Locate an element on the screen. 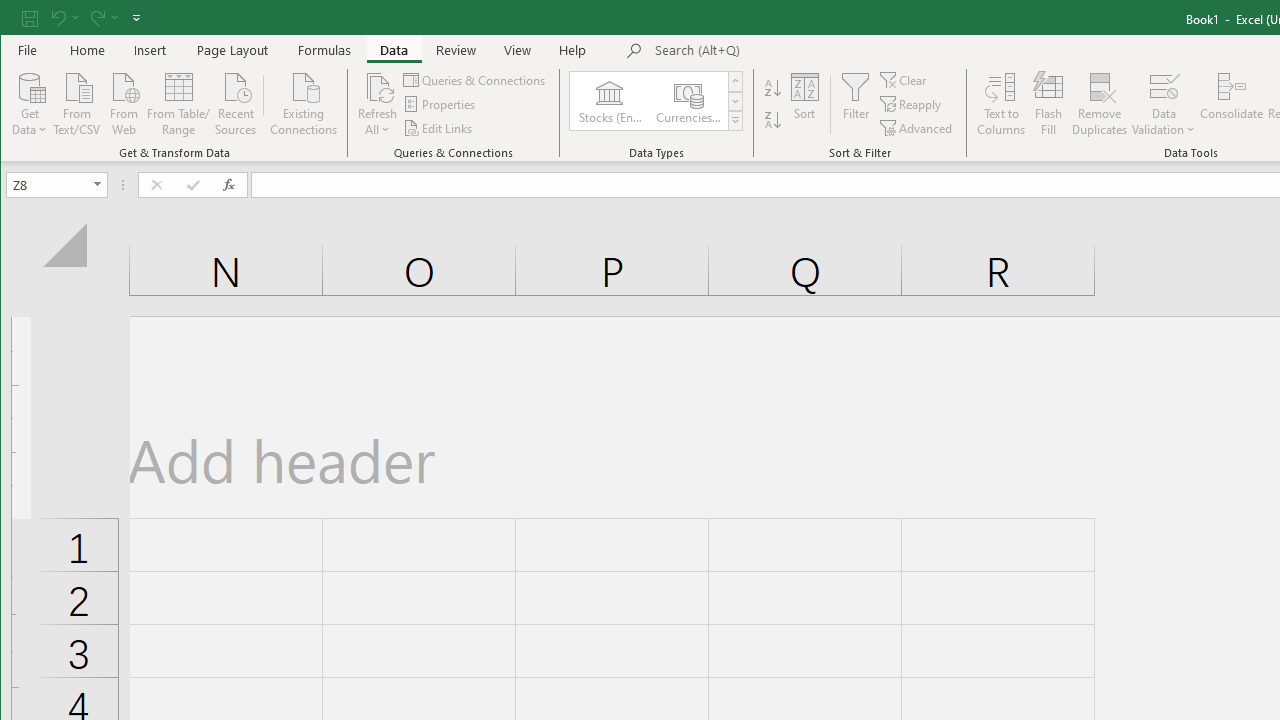  'Remove Duplicates' is located at coordinates (1099, 104).